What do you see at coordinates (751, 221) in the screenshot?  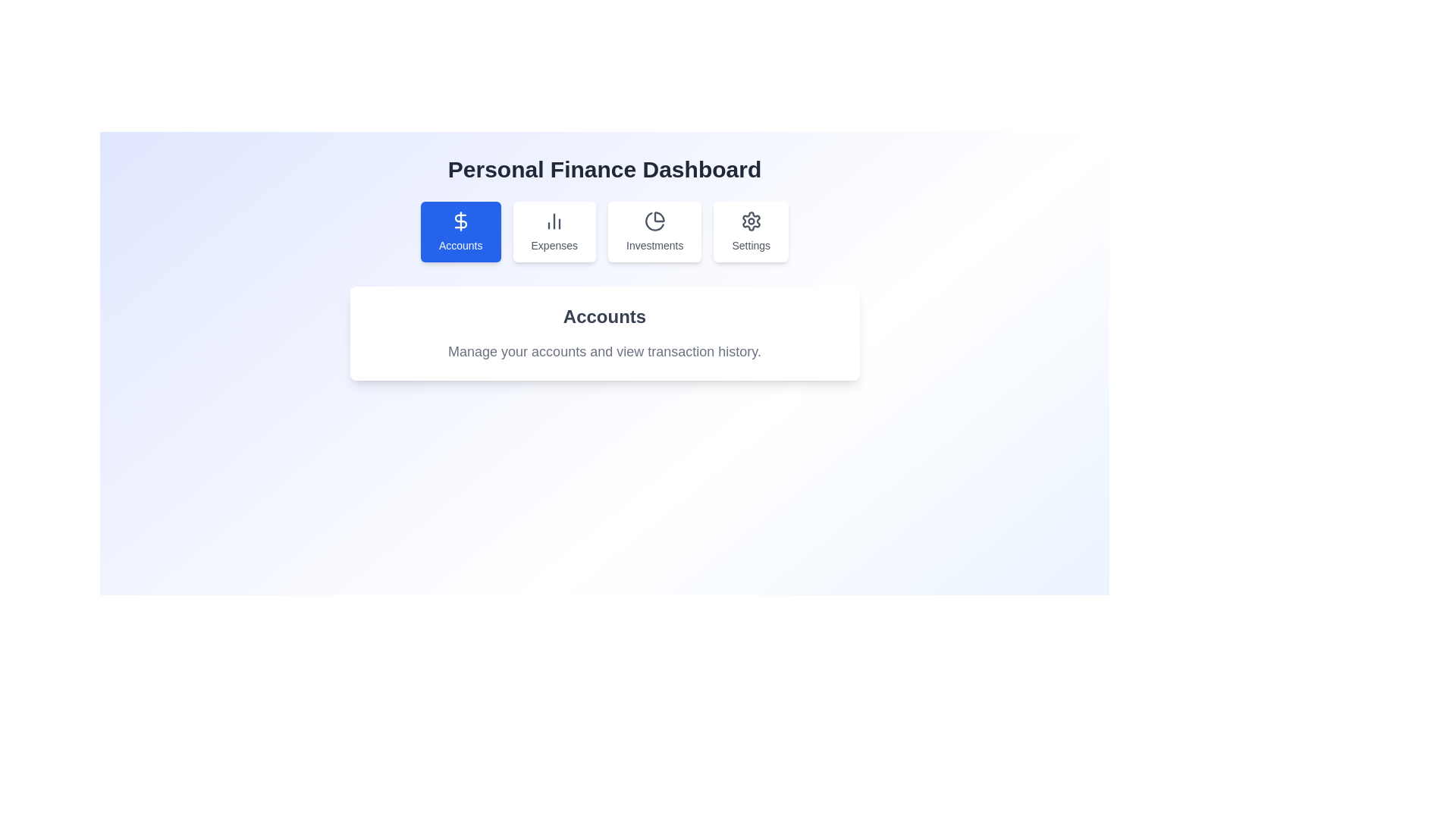 I see `the cogwheel settings icon, which is the fourth button in the top menu bar from the left, characterized by its circular shape and gear-like protrusions` at bounding box center [751, 221].